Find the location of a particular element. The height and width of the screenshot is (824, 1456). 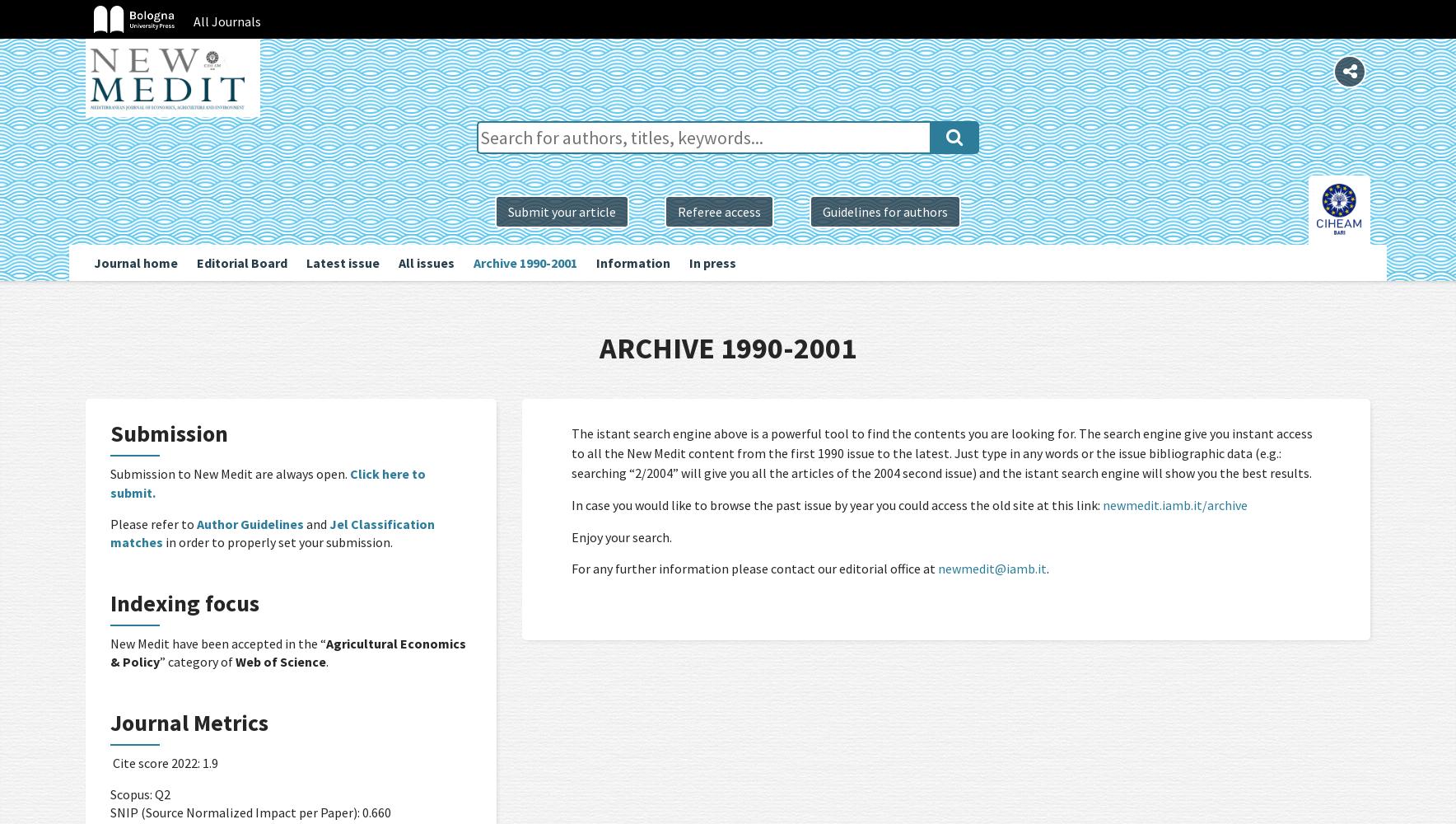

'Author Guidelines' is located at coordinates (250, 523).